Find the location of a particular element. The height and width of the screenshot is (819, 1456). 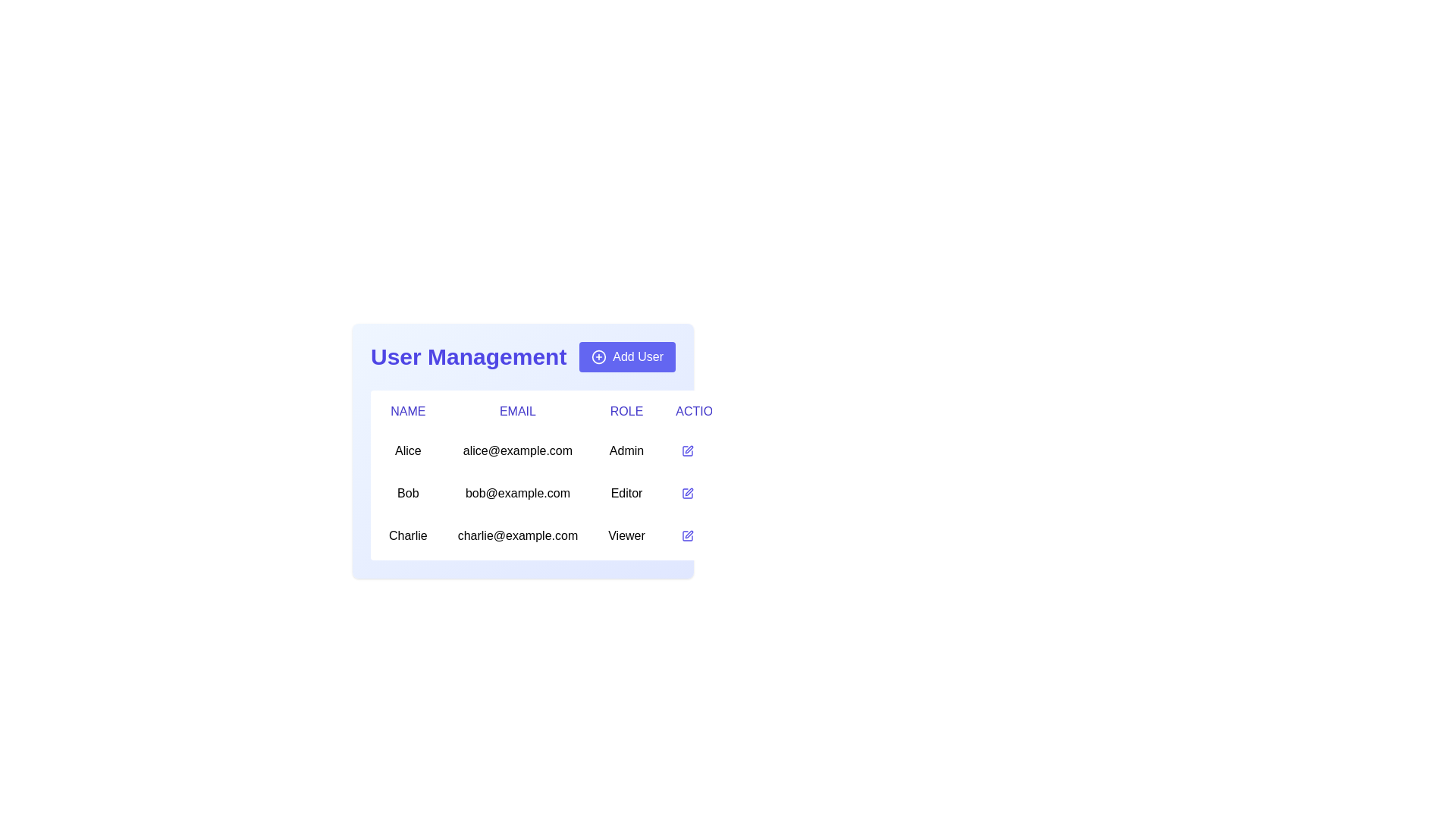

the 'NAME' text label, which is styled in uppercase, bold, and indigo-colored, situated at the top of the tabular layout is located at coordinates (408, 412).